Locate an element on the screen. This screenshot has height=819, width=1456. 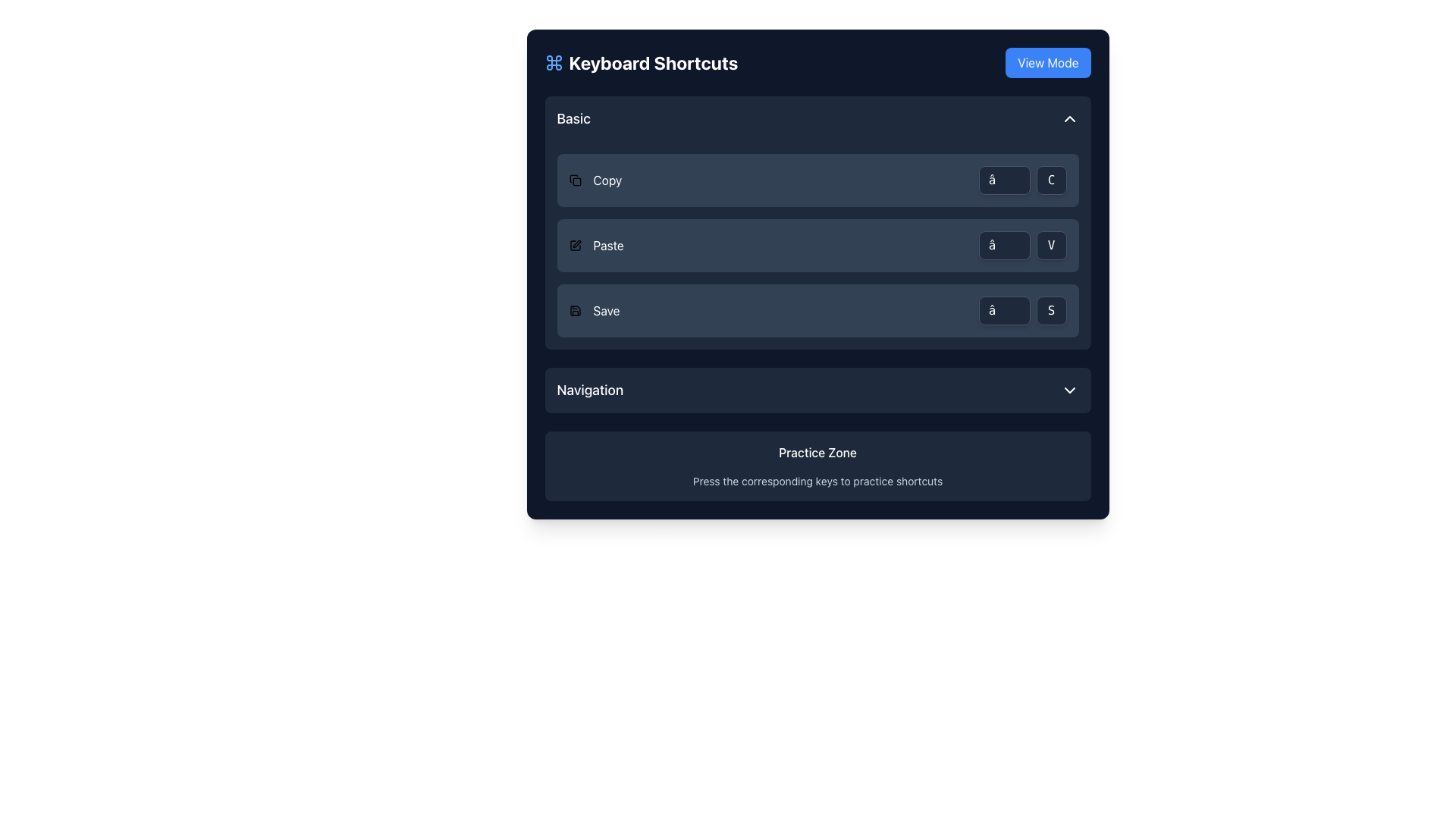
the 'Paste' keyboard shortcut label, which is the second item in the vertical list under the 'Basic' section of the 'Keyboard Shortcuts' interface is located at coordinates (608, 245).